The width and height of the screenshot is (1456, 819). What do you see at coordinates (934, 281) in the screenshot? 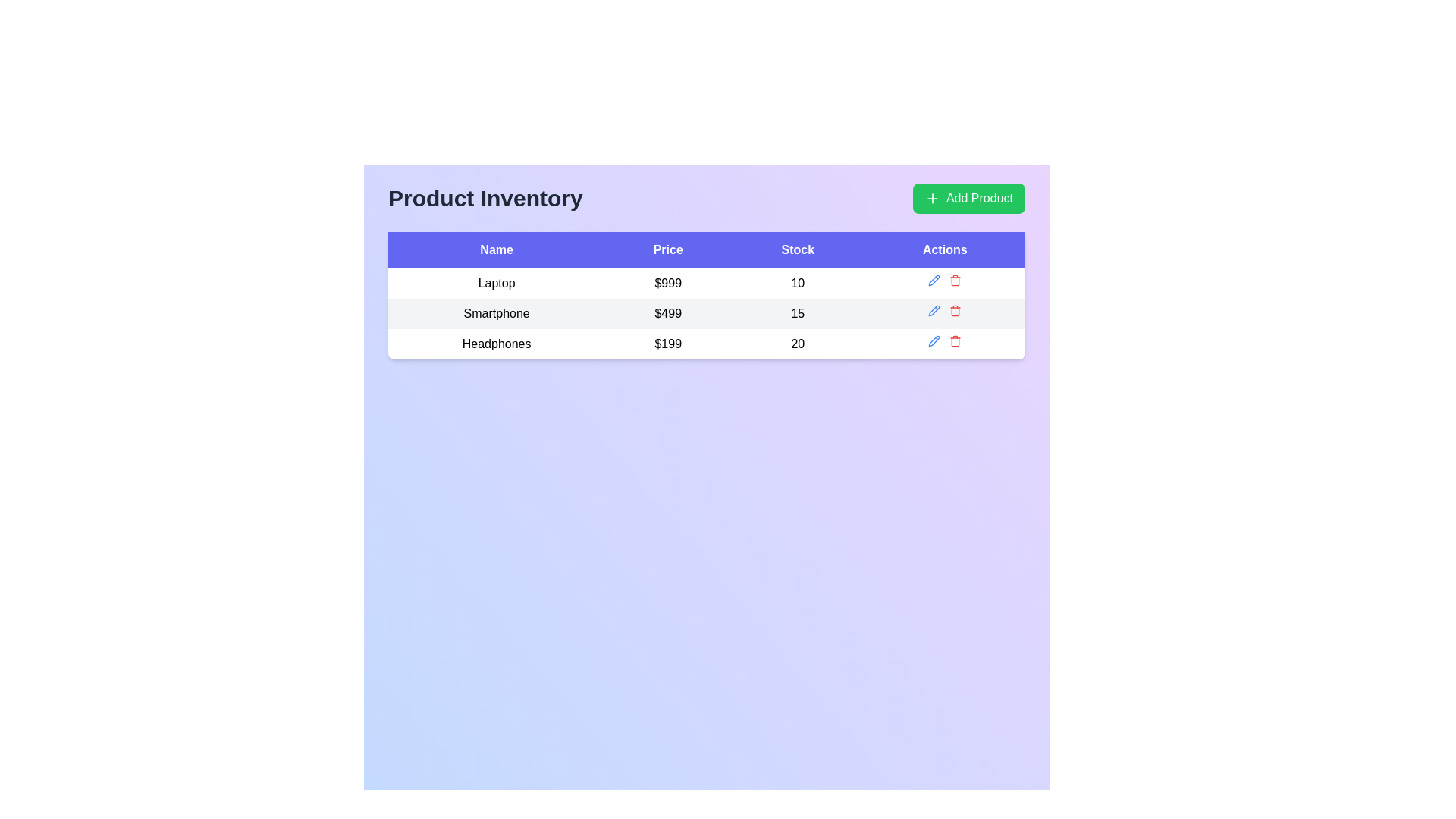
I see `the edit icon button located in the second row of the 'Actions' column, aligned with the 'Smartphone' product entry` at bounding box center [934, 281].